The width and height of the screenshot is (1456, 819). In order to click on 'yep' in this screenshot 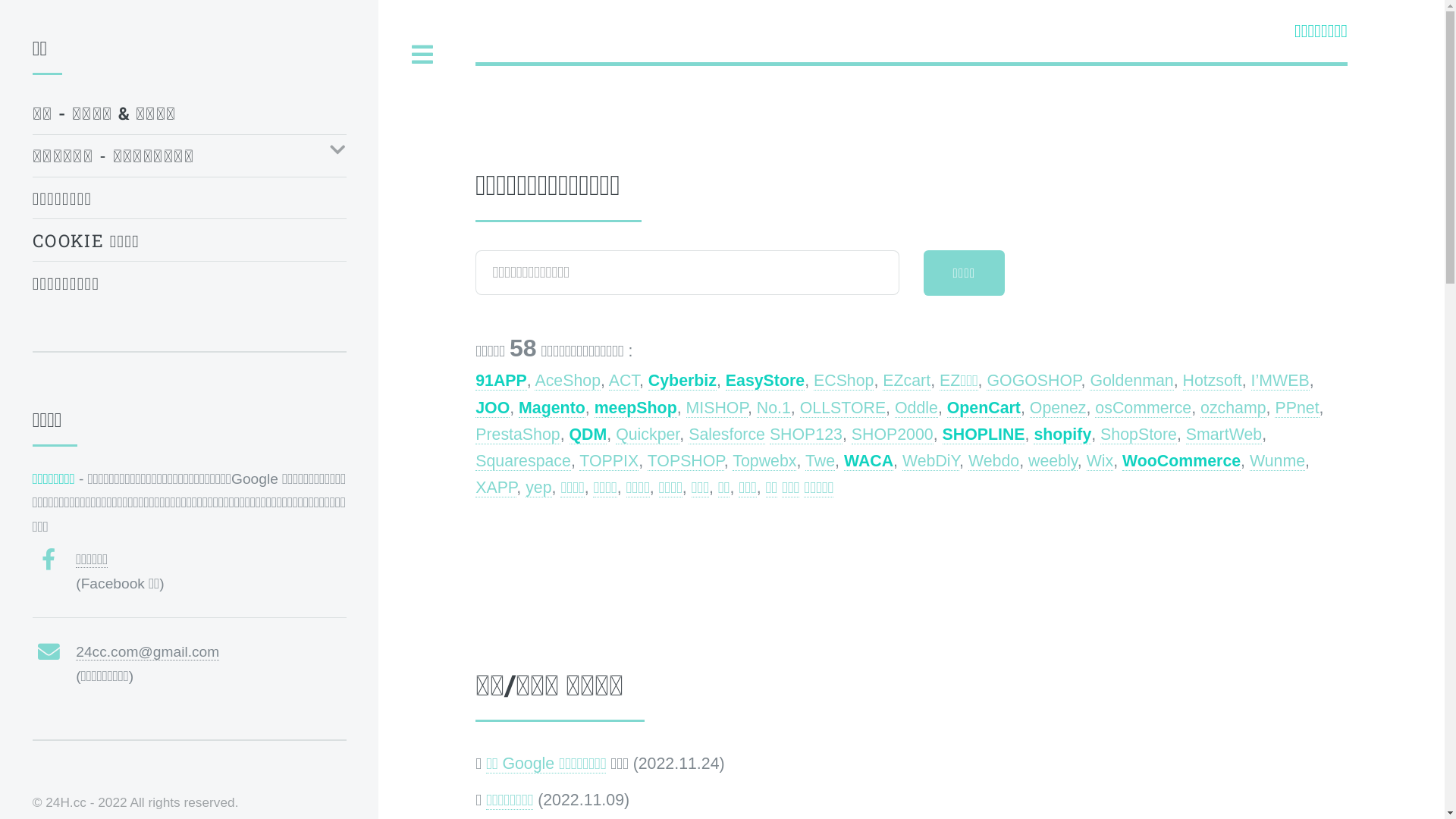, I will do `click(538, 488)`.